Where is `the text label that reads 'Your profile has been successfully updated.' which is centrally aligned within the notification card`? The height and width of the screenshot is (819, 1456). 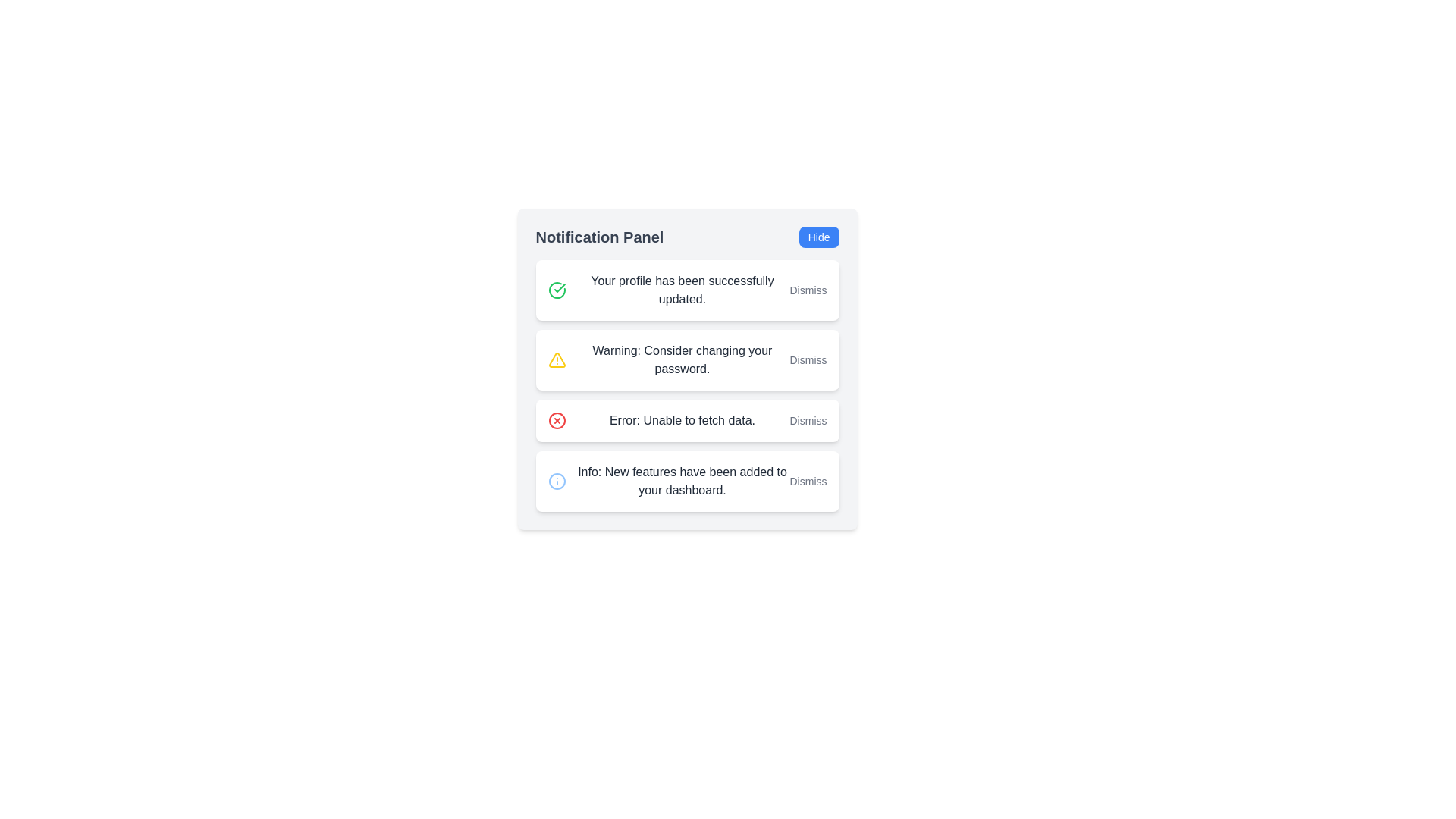 the text label that reads 'Your profile has been successfully updated.' which is centrally aligned within the notification card is located at coordinates (682, 290).